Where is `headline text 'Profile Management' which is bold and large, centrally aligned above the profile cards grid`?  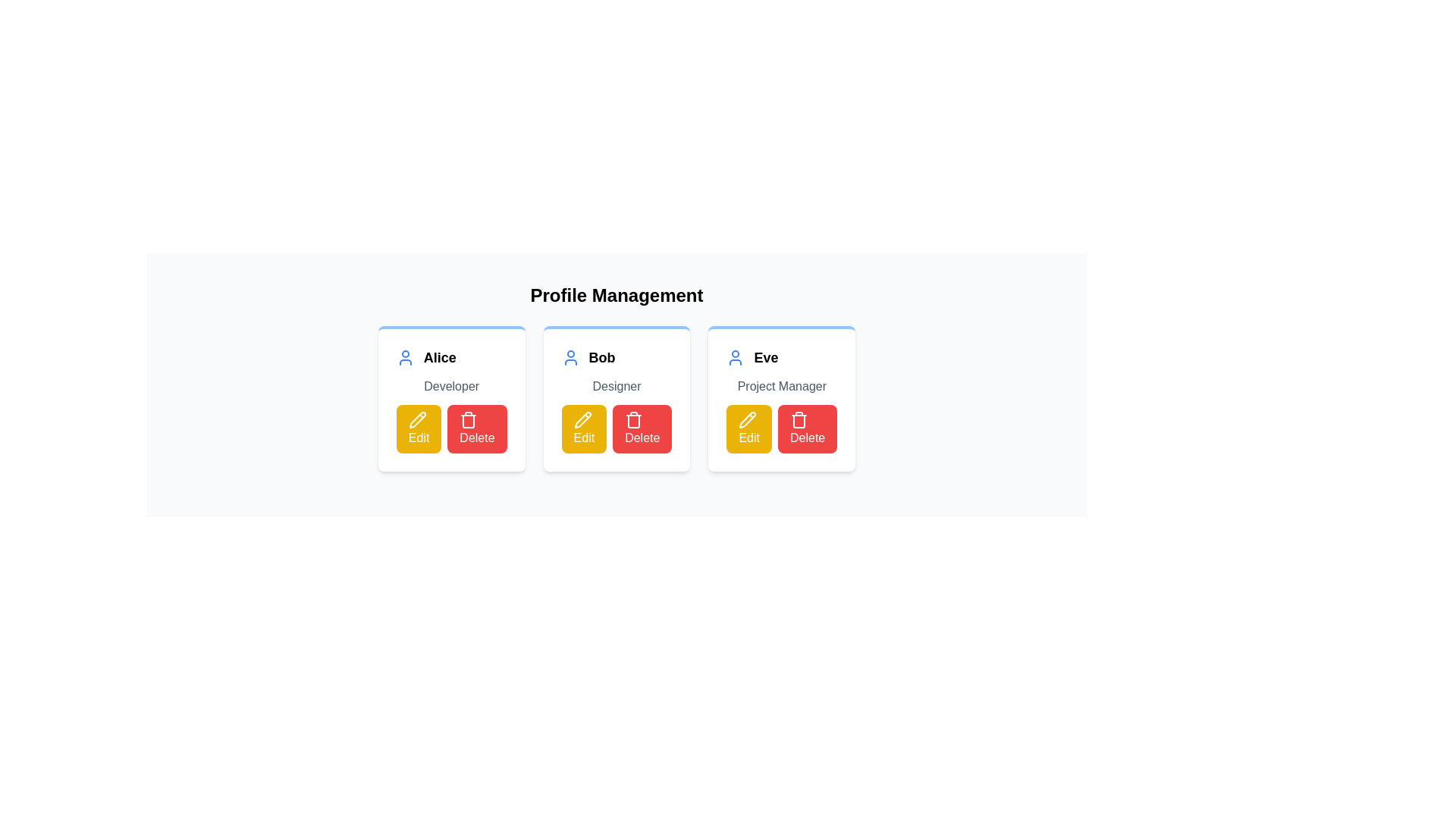
headline text 'Profile Management' which is bold and large, centrally aligned above the profile cards grid is located at coordinates (617, 295).